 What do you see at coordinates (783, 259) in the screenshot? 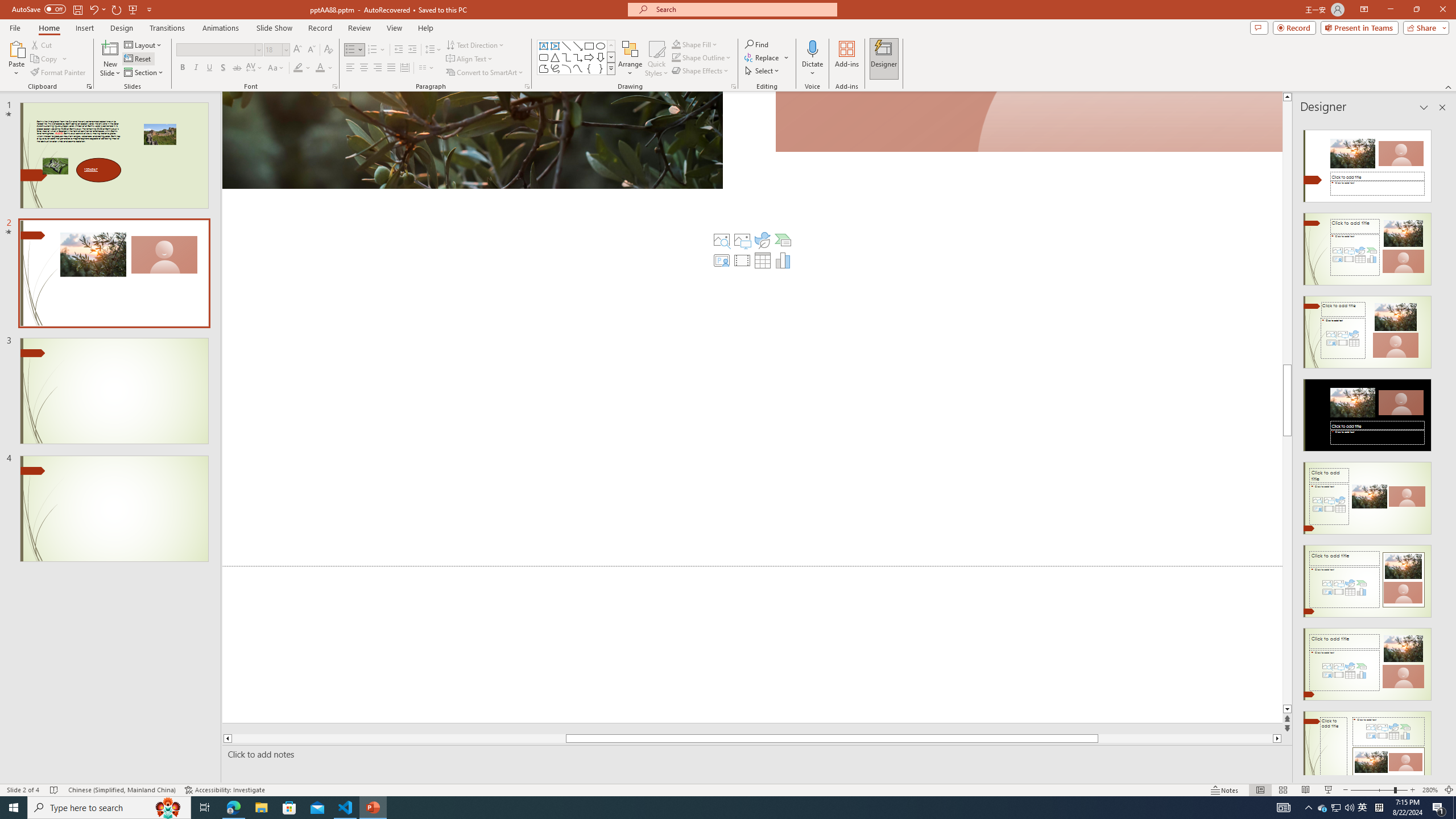
I see `'Insert Chart'` at bounding box center [783, 259].